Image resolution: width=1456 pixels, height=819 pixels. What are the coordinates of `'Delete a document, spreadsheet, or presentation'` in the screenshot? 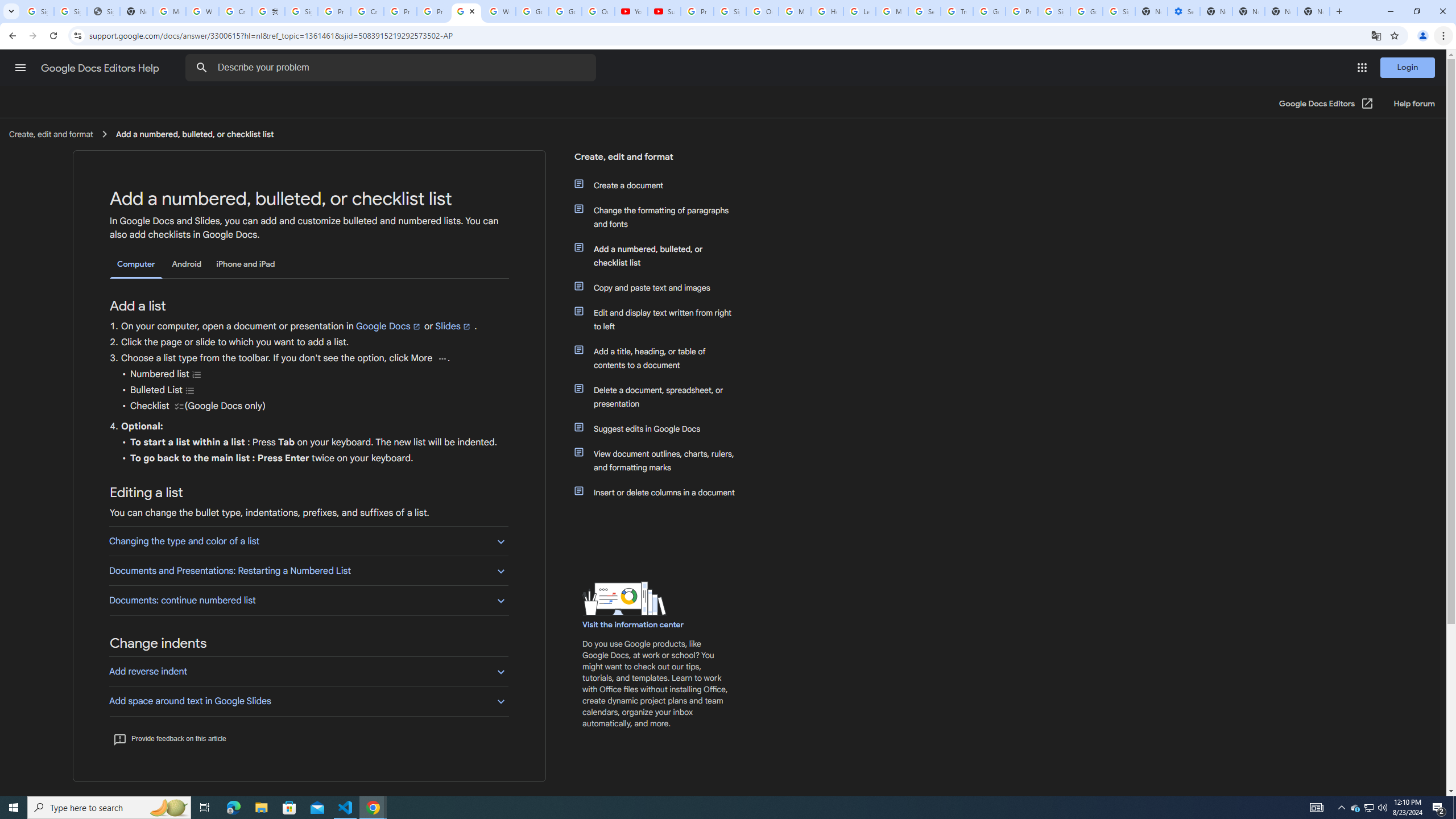 It's located at (661, 396).